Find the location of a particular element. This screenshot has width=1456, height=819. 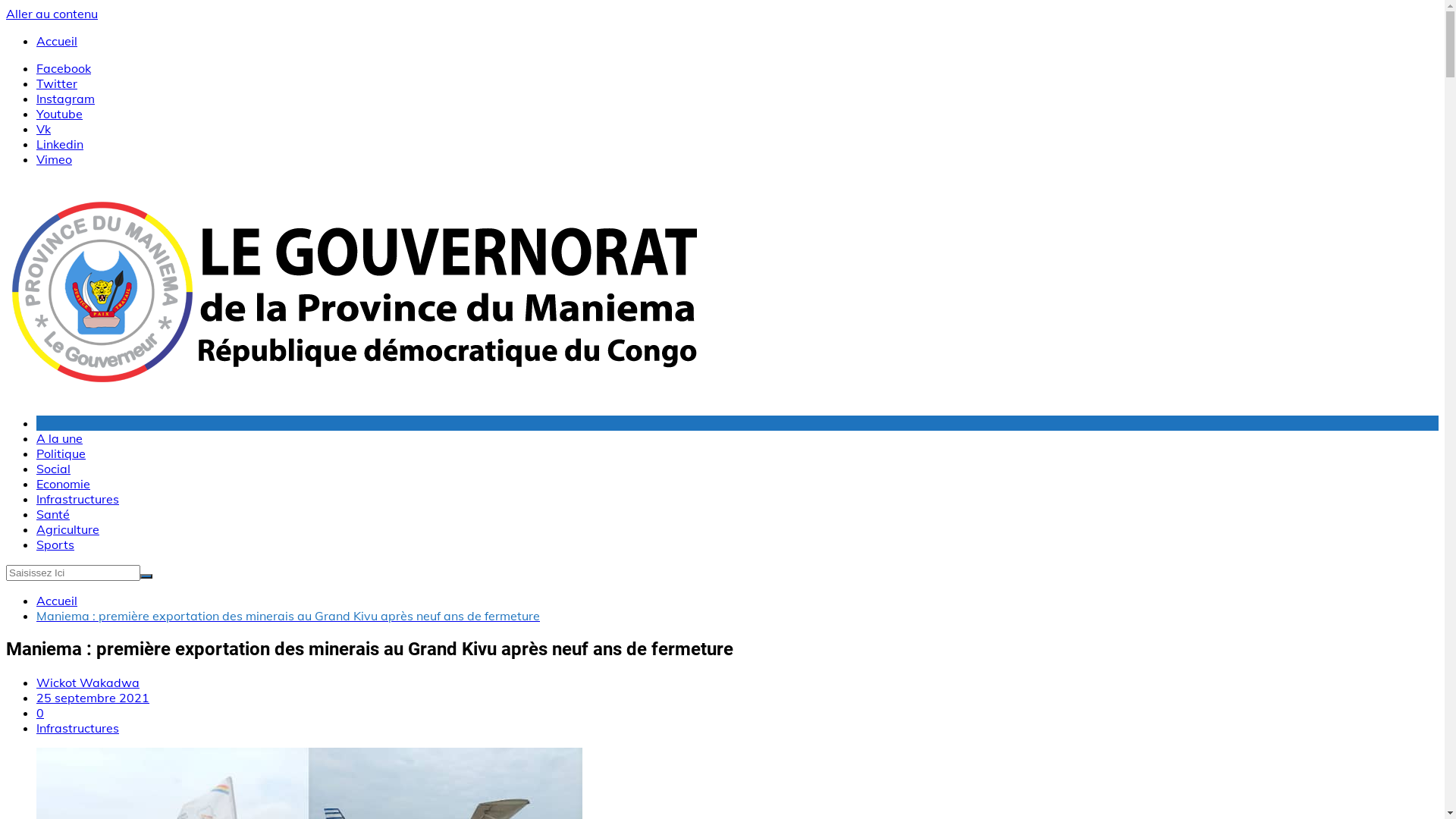

'Wickot Wakadwa' is located at coordinates (86, 681).